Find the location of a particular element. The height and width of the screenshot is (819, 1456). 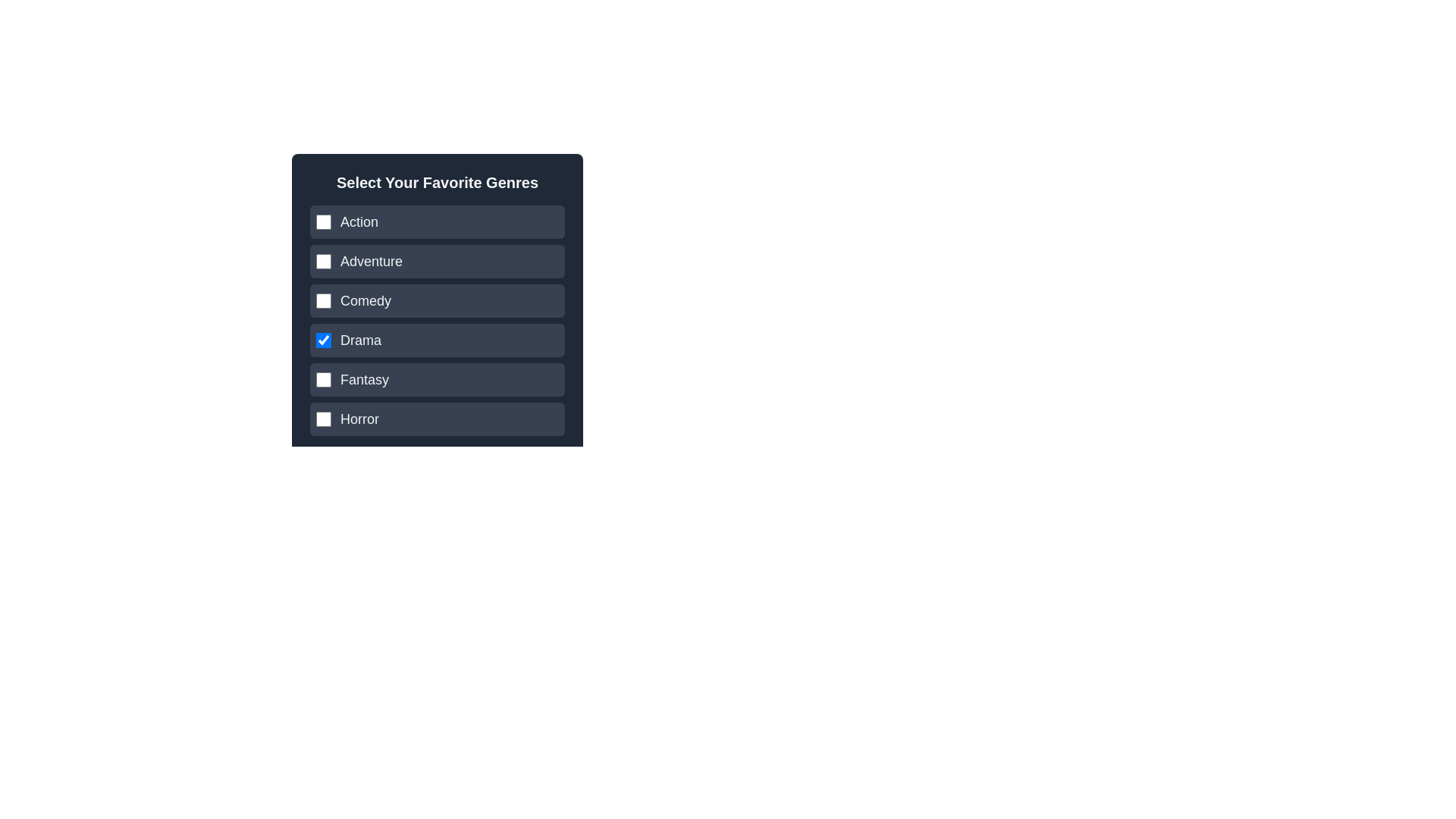

the Text label for the genre option that is located second in a vertical list, immediately below 'Action' and above 'Comedy', which serves as an identifier for a genre checkbox is located at coordinates (371, 260).